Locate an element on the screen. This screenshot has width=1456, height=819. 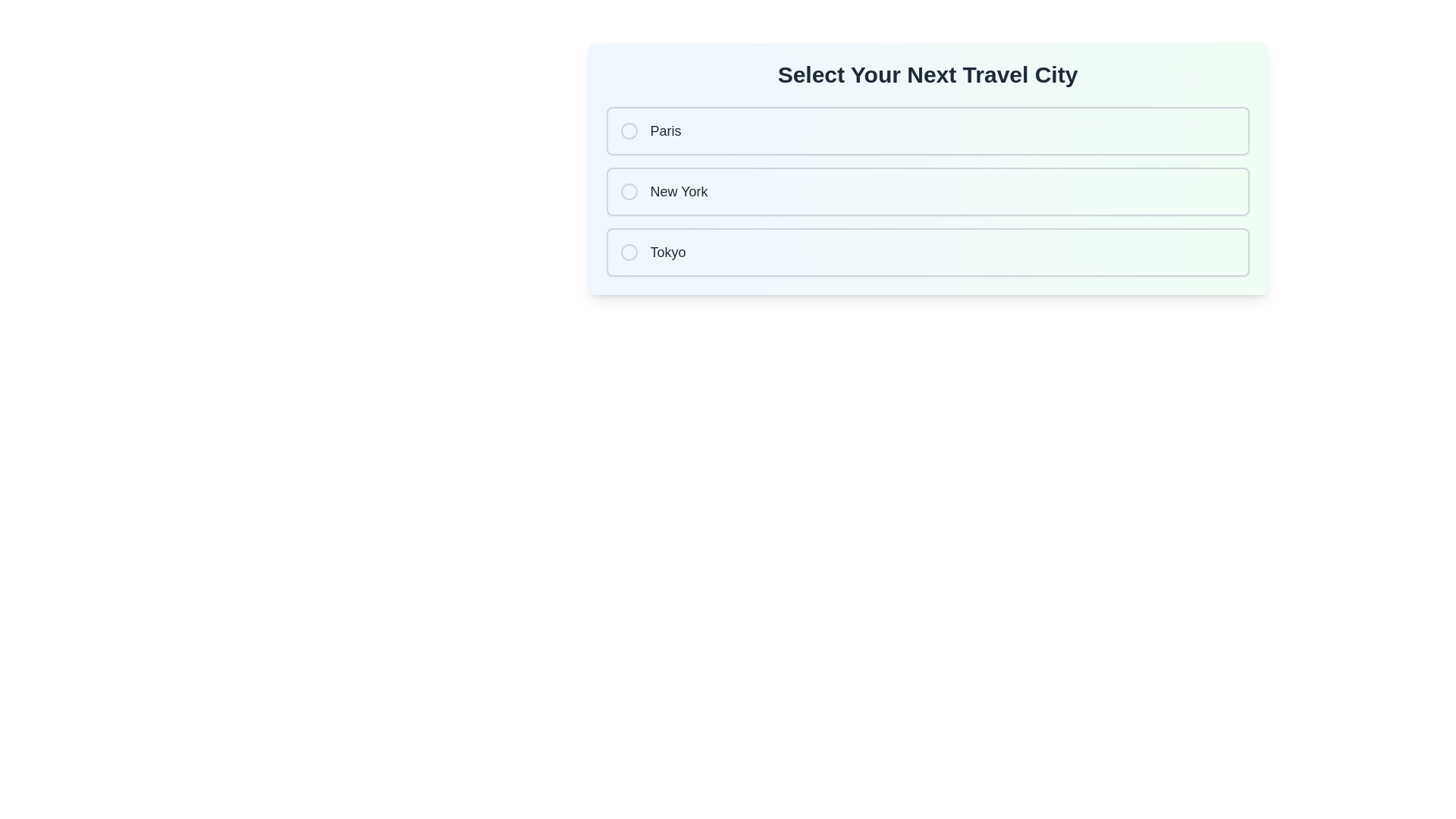
the third radio button labeled 'Tokyo' is located at coordinates (927, 251).